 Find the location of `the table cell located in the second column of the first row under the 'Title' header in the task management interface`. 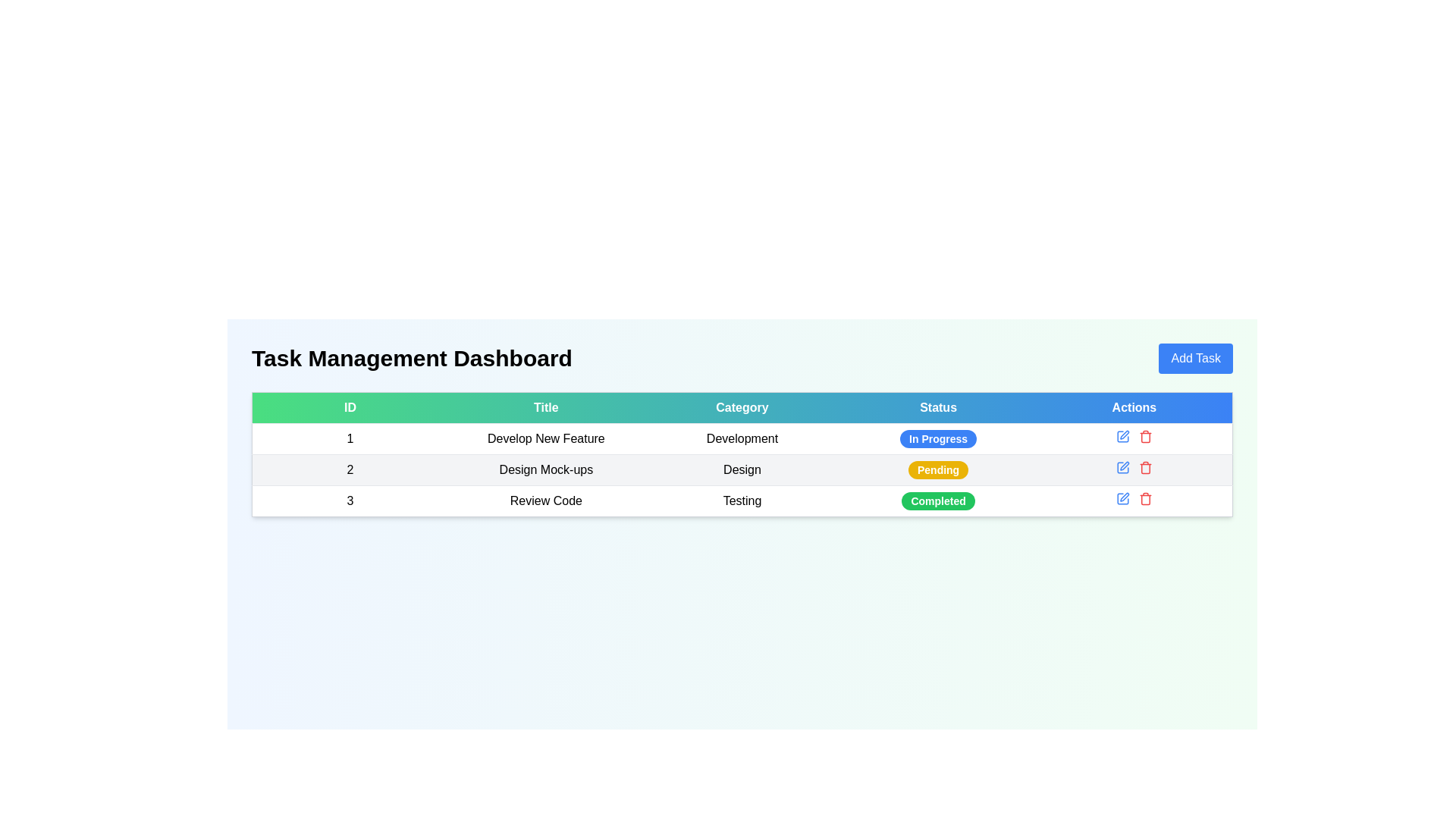

the table cell located in the second column of the first row under the 'Title' header in the task management interface is located at coordinates (546, 438).